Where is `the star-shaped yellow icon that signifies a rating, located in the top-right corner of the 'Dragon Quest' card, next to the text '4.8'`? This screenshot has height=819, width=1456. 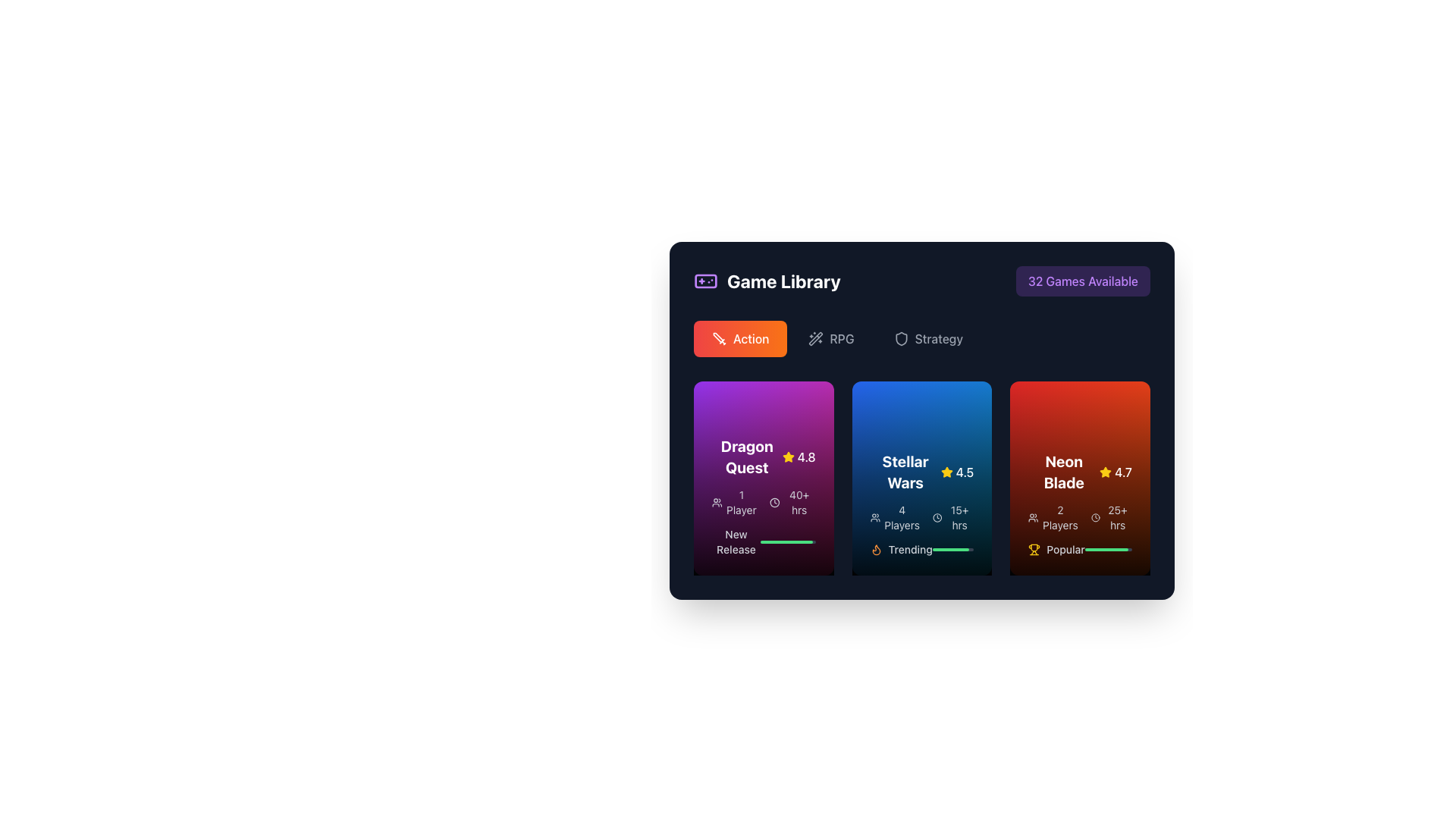
the star-shaped yellow icon that signifies a rating, located in the top-right corner of the 'Dragon Quest' card, next to the text '4.8' is located at coordinates (788, 456).